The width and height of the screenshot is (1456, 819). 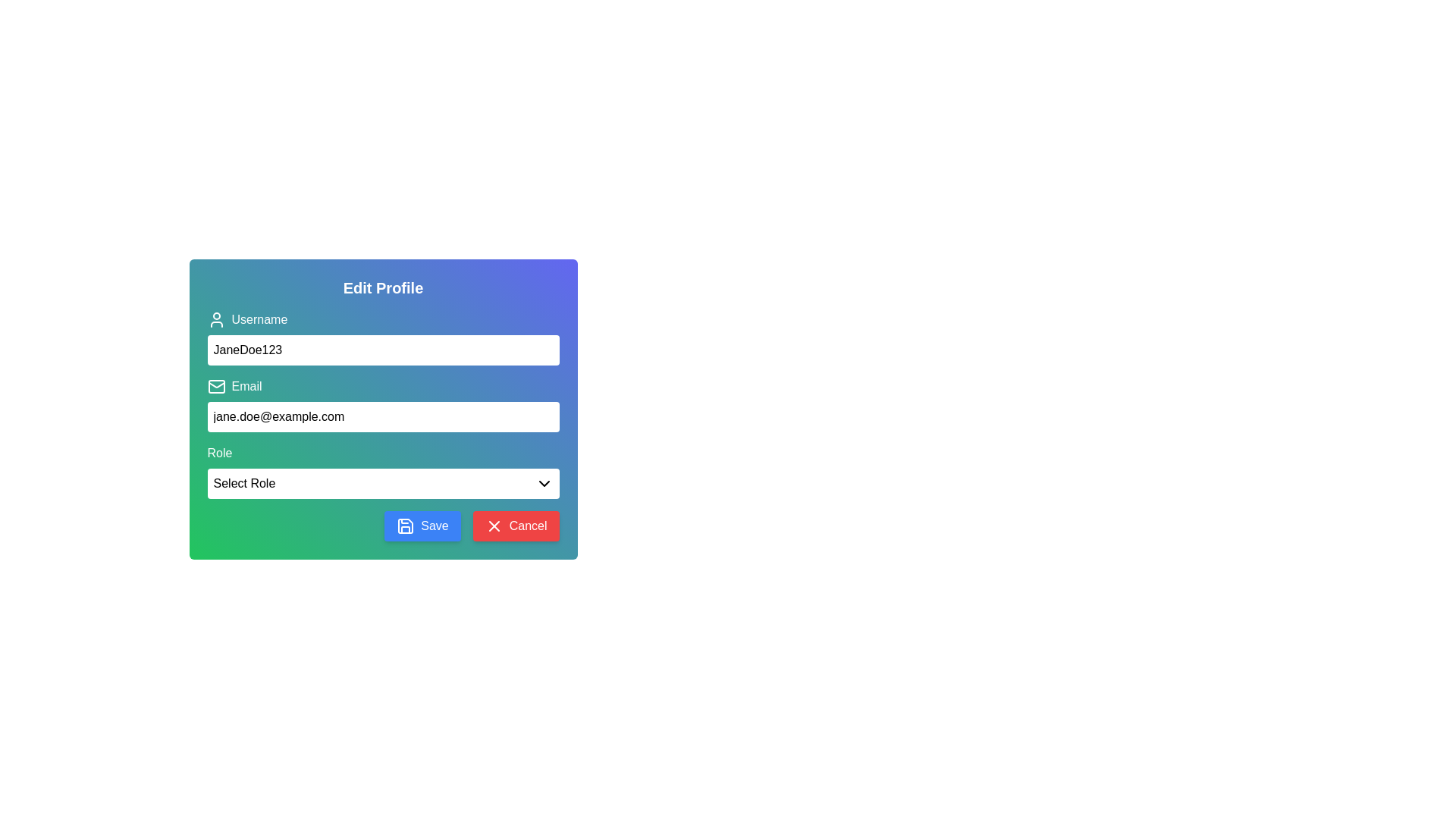 I want to click on the 'Role' dropdown menu, so click(x=383, y=470).